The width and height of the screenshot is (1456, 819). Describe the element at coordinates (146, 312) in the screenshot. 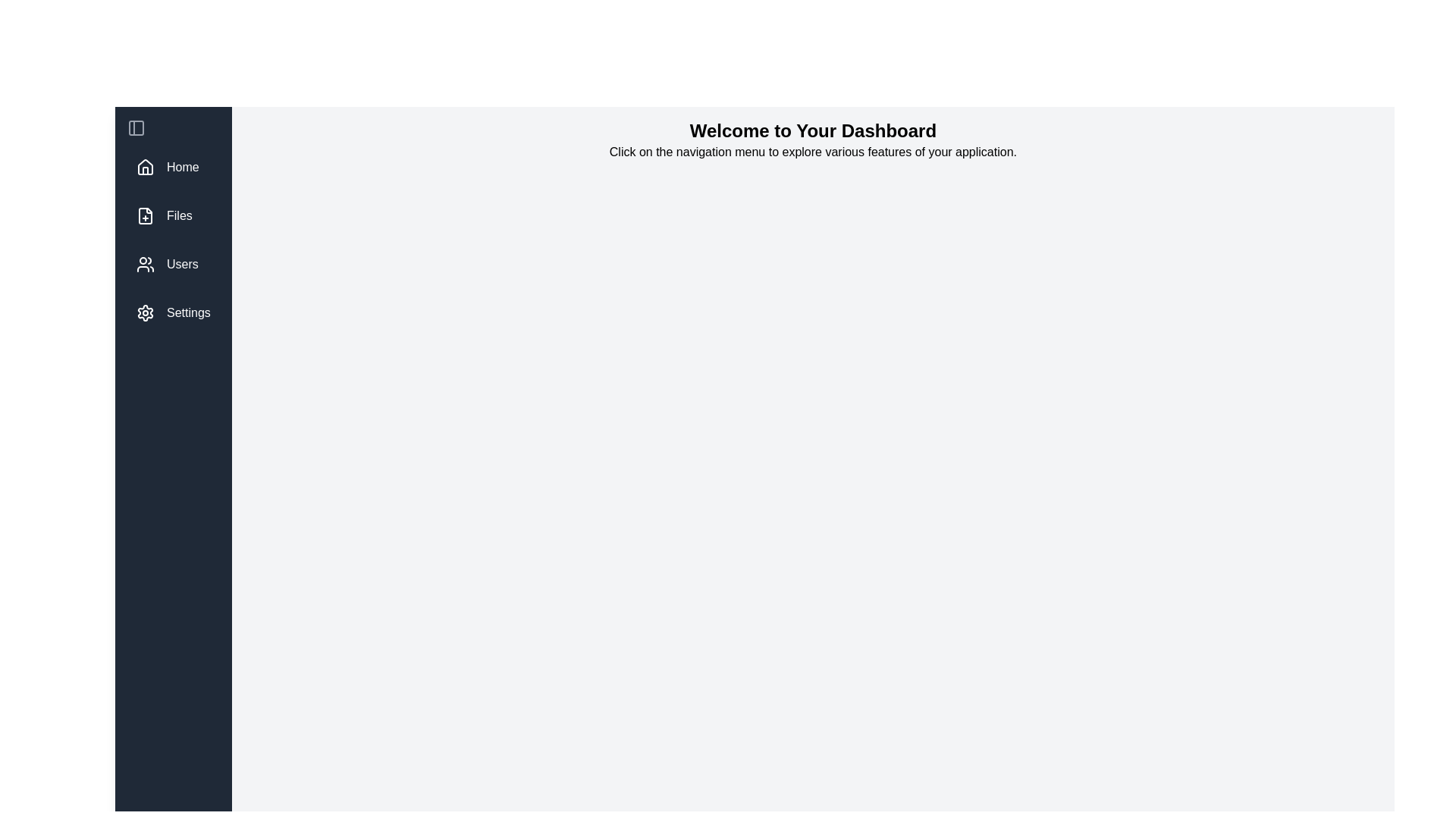

I see `the 'Settings' icon located to the left of the text` at that location.